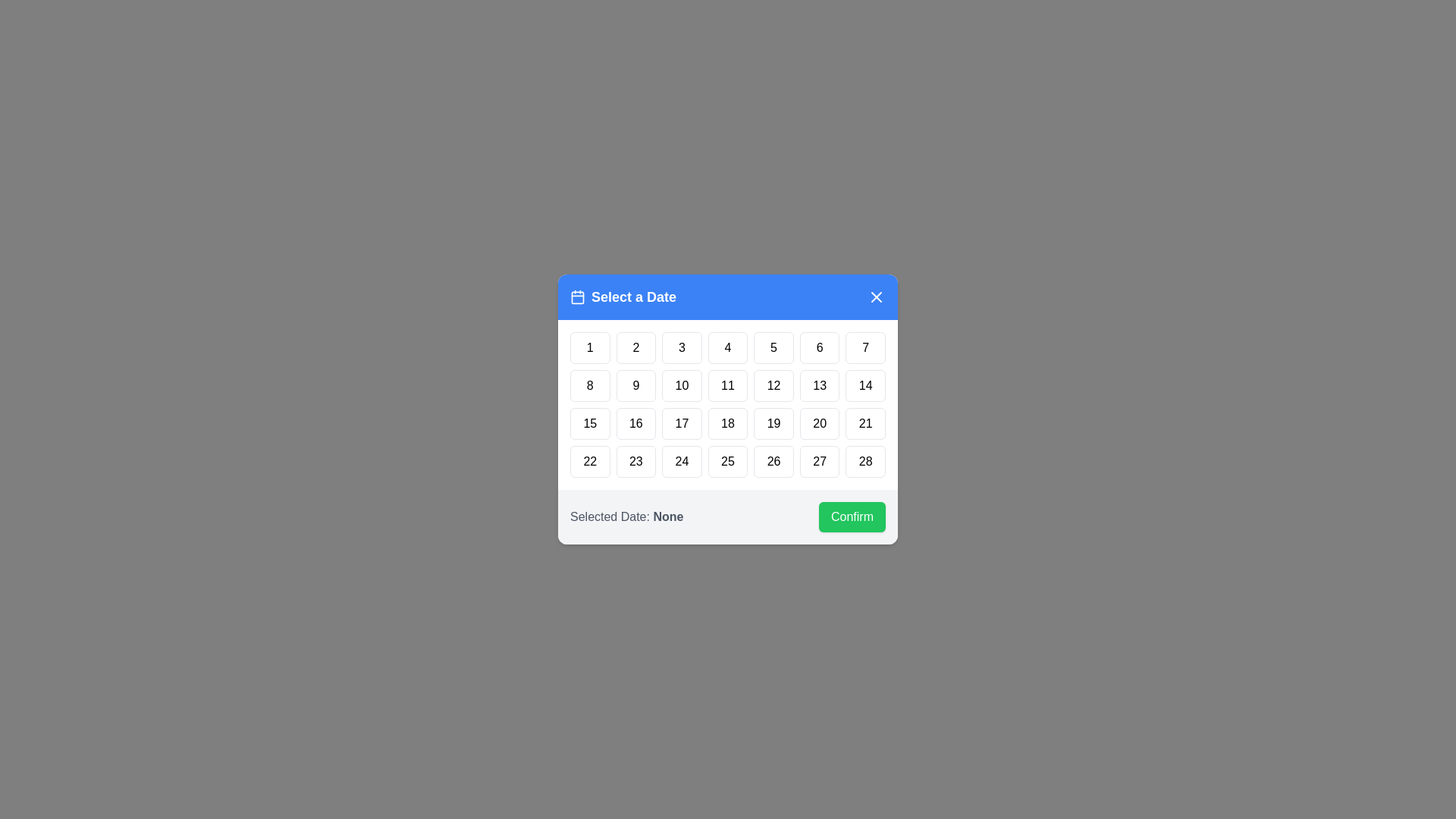 Image resolution: width=1456 pixels, height=819 pixels. What do you see at coordinates (728, 424) in the screenshot?
I see `the button representing the day 18 to select that date` at bounding box center [728, 424].